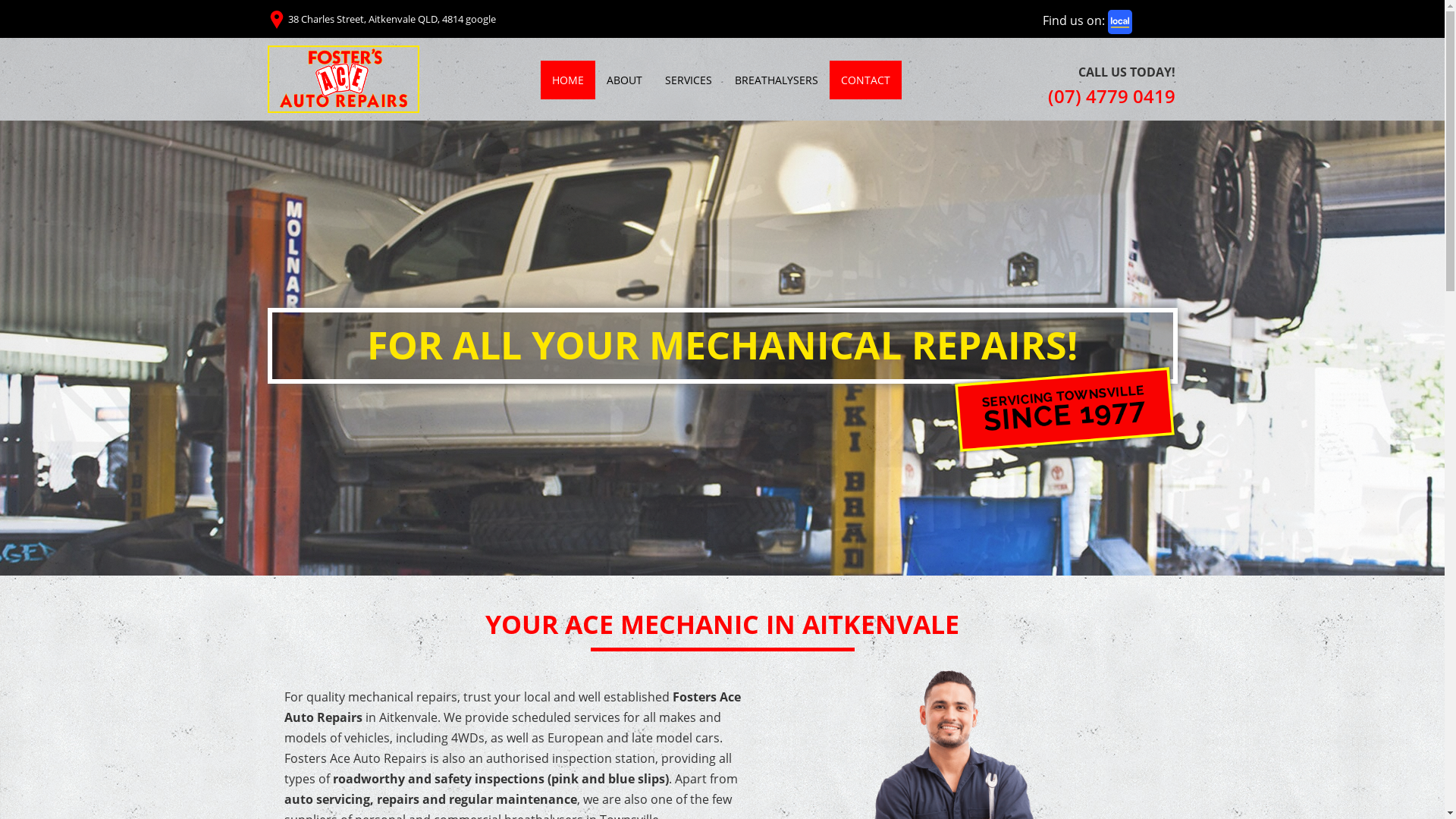 The image size is (1456, 819). I want to click on 'BREATHALYSERS', so click(723, 80).